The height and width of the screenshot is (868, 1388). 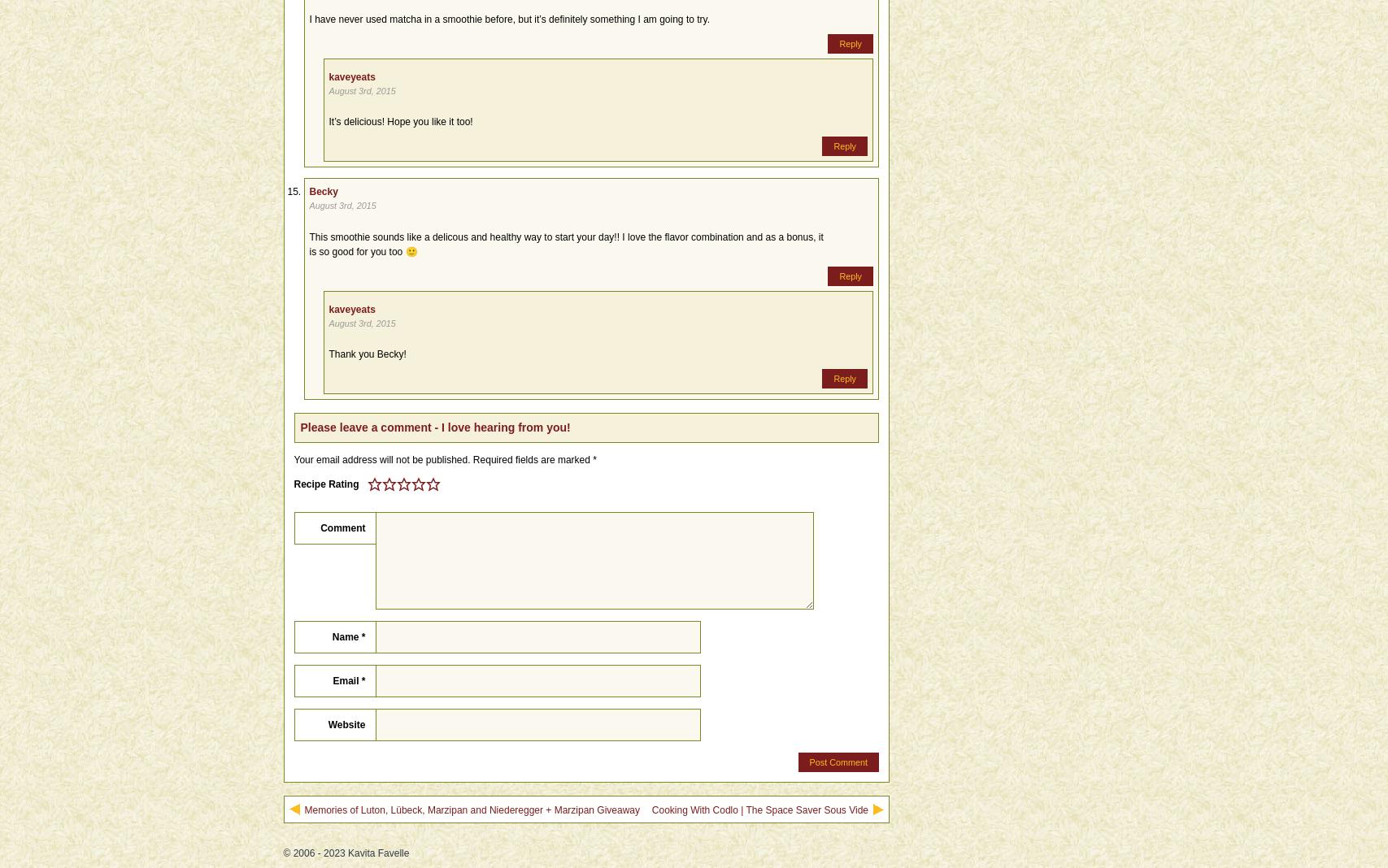 What do you see at coordinates (759, 809) in the screenshot?
I see `'Cooking With Codlo | The Space Saver Sous Vide'` at bounding box center [759, 809].